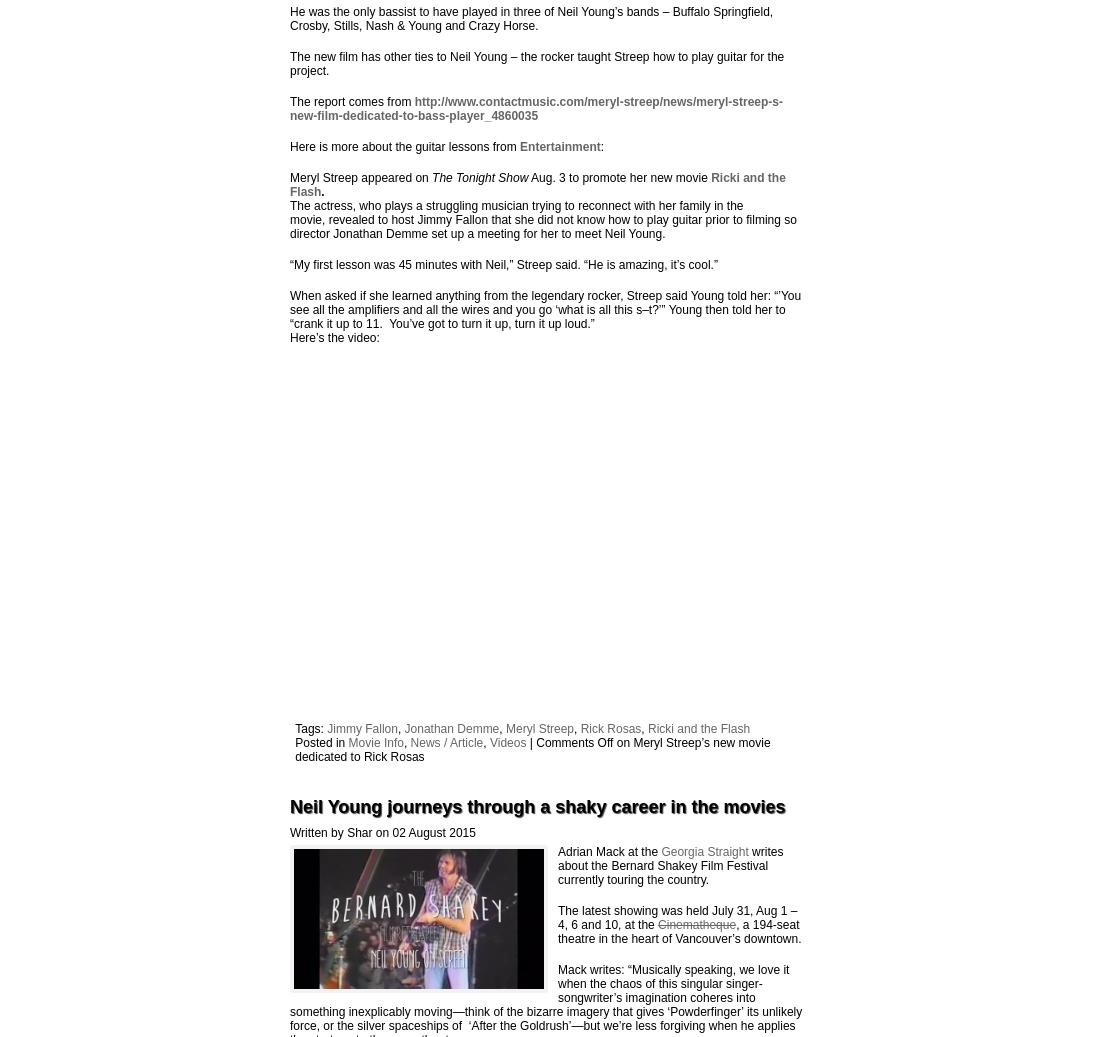 The image size is (1100, 1037). What do you see at coordinates (542, 218) in the screenshot?
I see `'The actress, who plays a struggling musician trying to reconnect with her family in the movie, revealed to host Jimmy Fallon that she did not know how to play guitar prior to filming so director Jonathan Demme set up a meeting for her to meet Neil Young.'` at bounding box center [542, 218].